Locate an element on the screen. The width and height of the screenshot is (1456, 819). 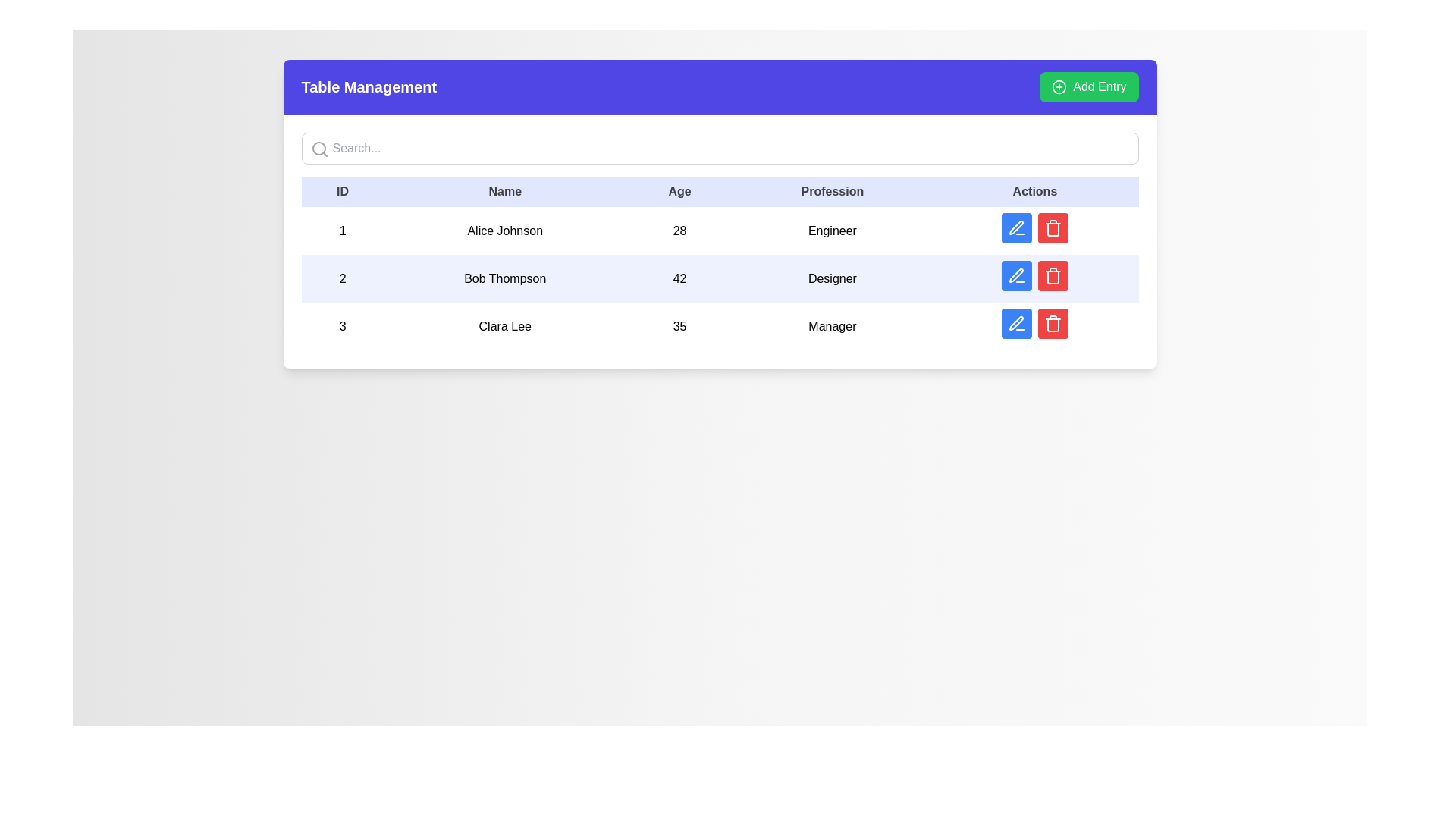
the 'Name' table header, which is the second column header in the table, styled with padding and a light background color is located at coordinates (505, 191).